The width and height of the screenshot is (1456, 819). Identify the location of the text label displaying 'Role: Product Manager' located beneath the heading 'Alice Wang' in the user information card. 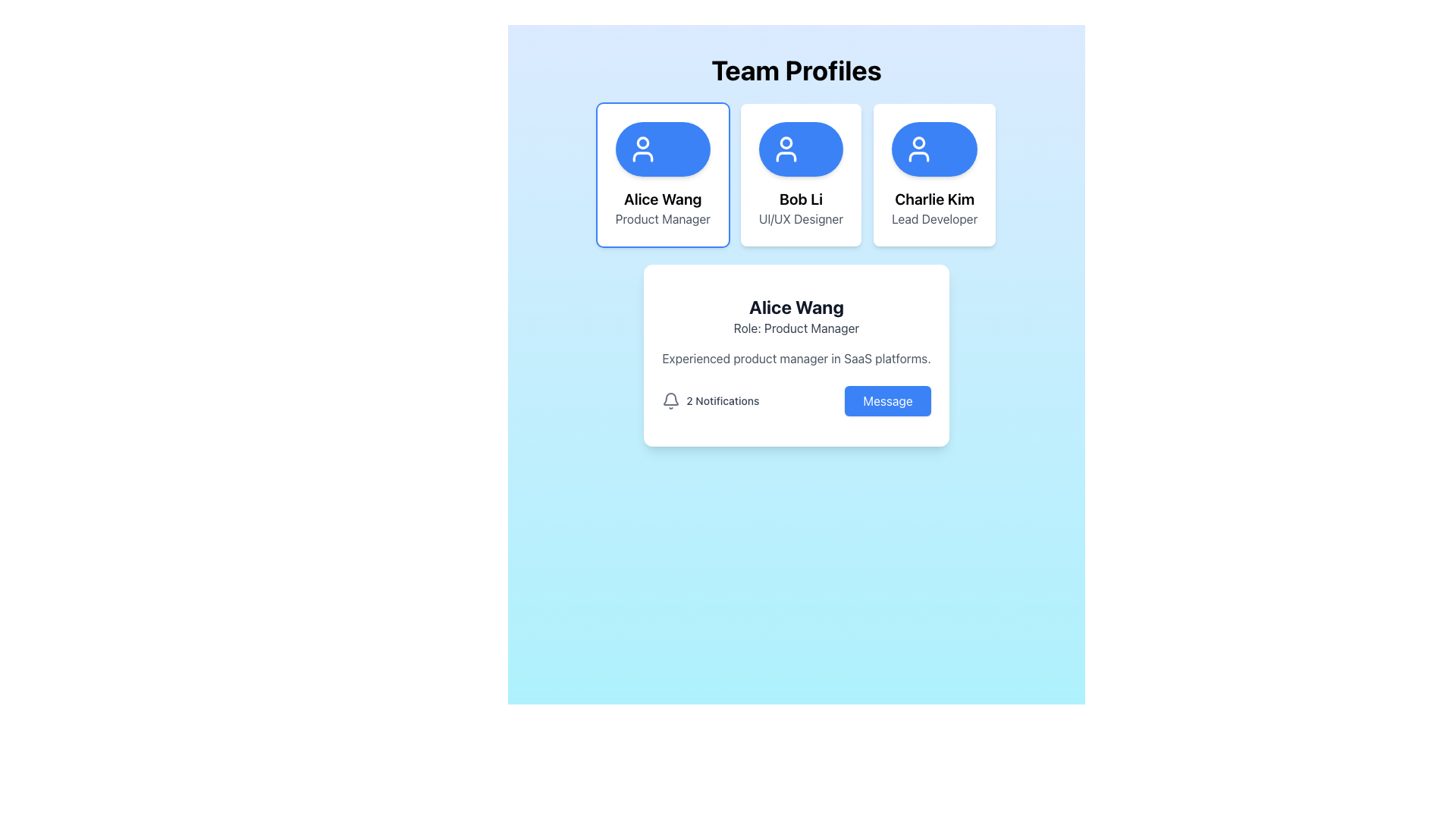
(795, 327).